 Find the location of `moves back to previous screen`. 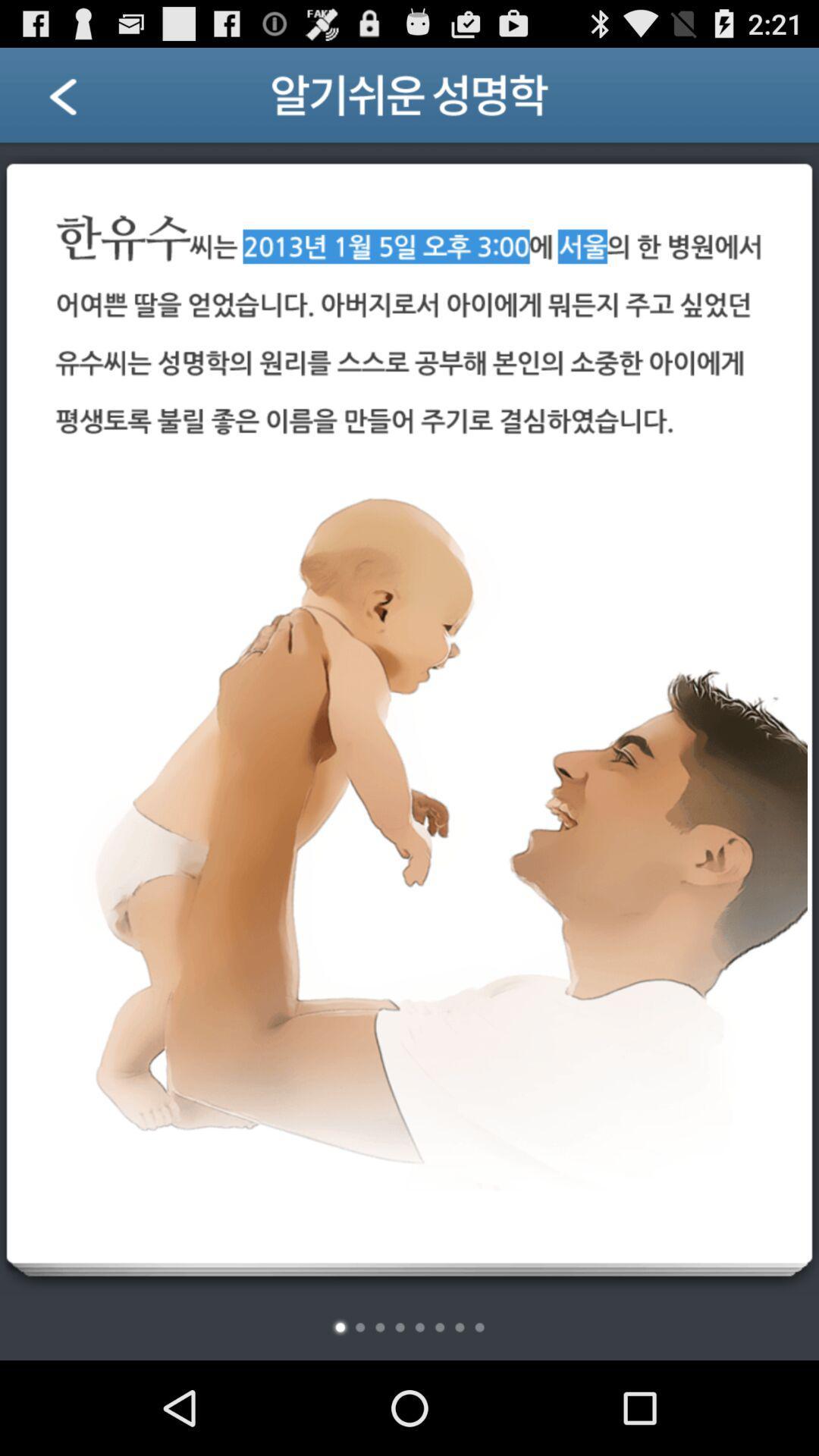

moves back to previous screen is located at coordinates (82, 100).